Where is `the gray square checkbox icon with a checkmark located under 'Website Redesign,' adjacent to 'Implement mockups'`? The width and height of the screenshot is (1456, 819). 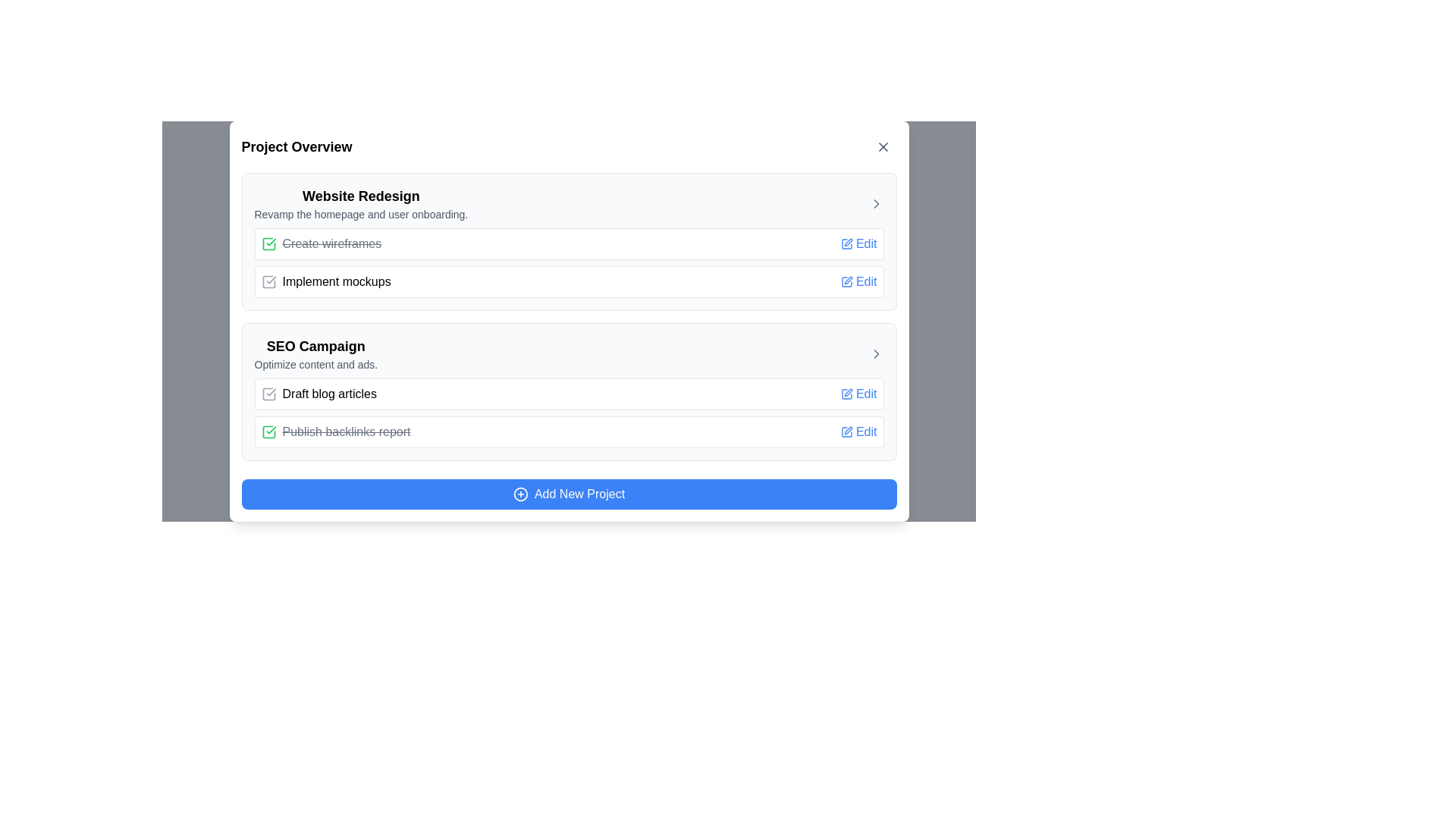
the gray square checkbox icon with a checkmark located under 'Website Redesign,' adjacent to 'Implement mockups' is located at coordinates (268, 281).